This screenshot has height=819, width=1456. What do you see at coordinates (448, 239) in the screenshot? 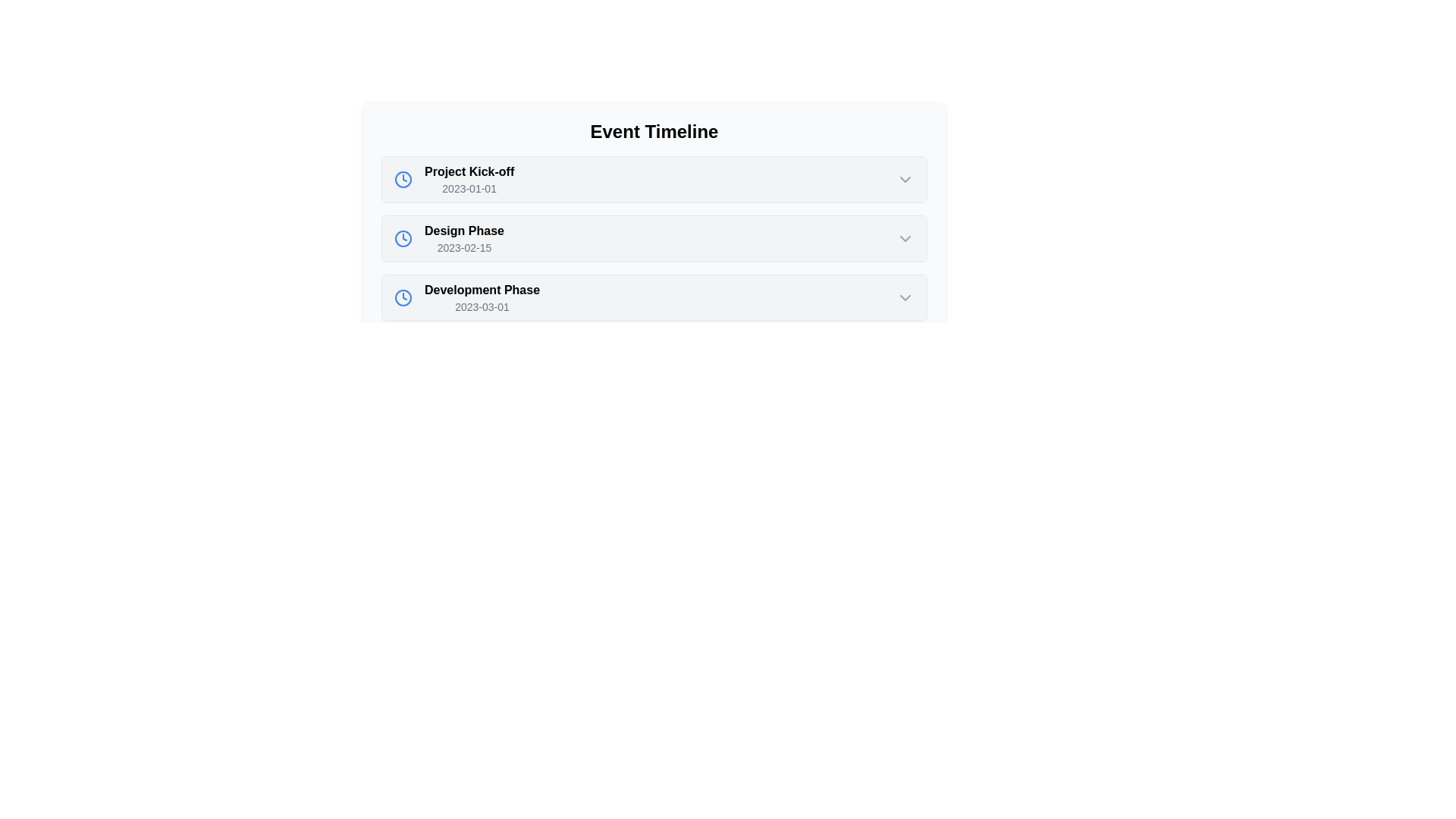
I see `the list item labeled 'Design Phase' with the date '2023-02-15'` at bounding box center [448, 239].